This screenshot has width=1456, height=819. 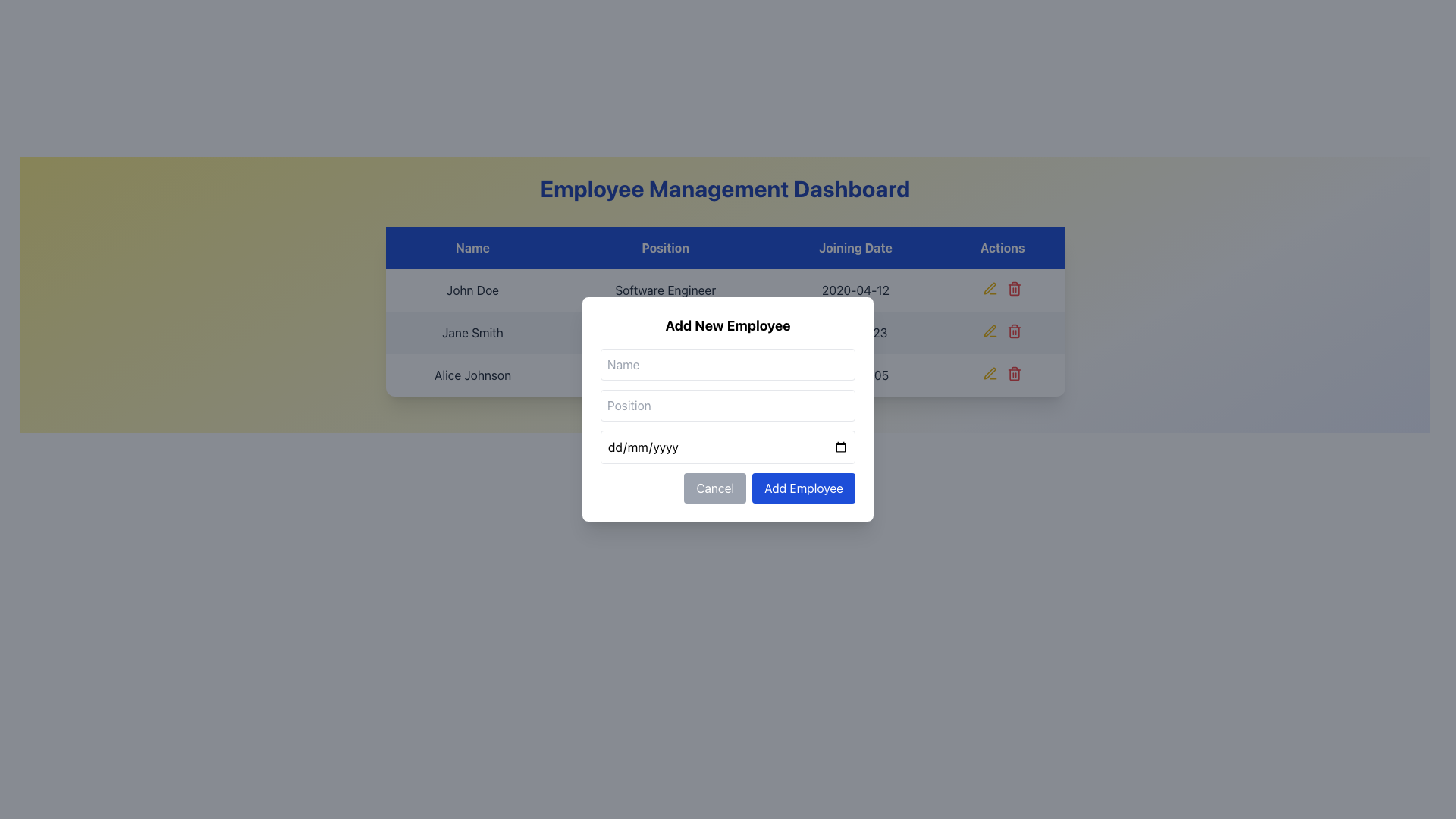 I want to click on the 'Cancel' button, which is a rectangular button with a gray background and white text, located at the bottom-left corner of a modal, so click(x=714, y=488).